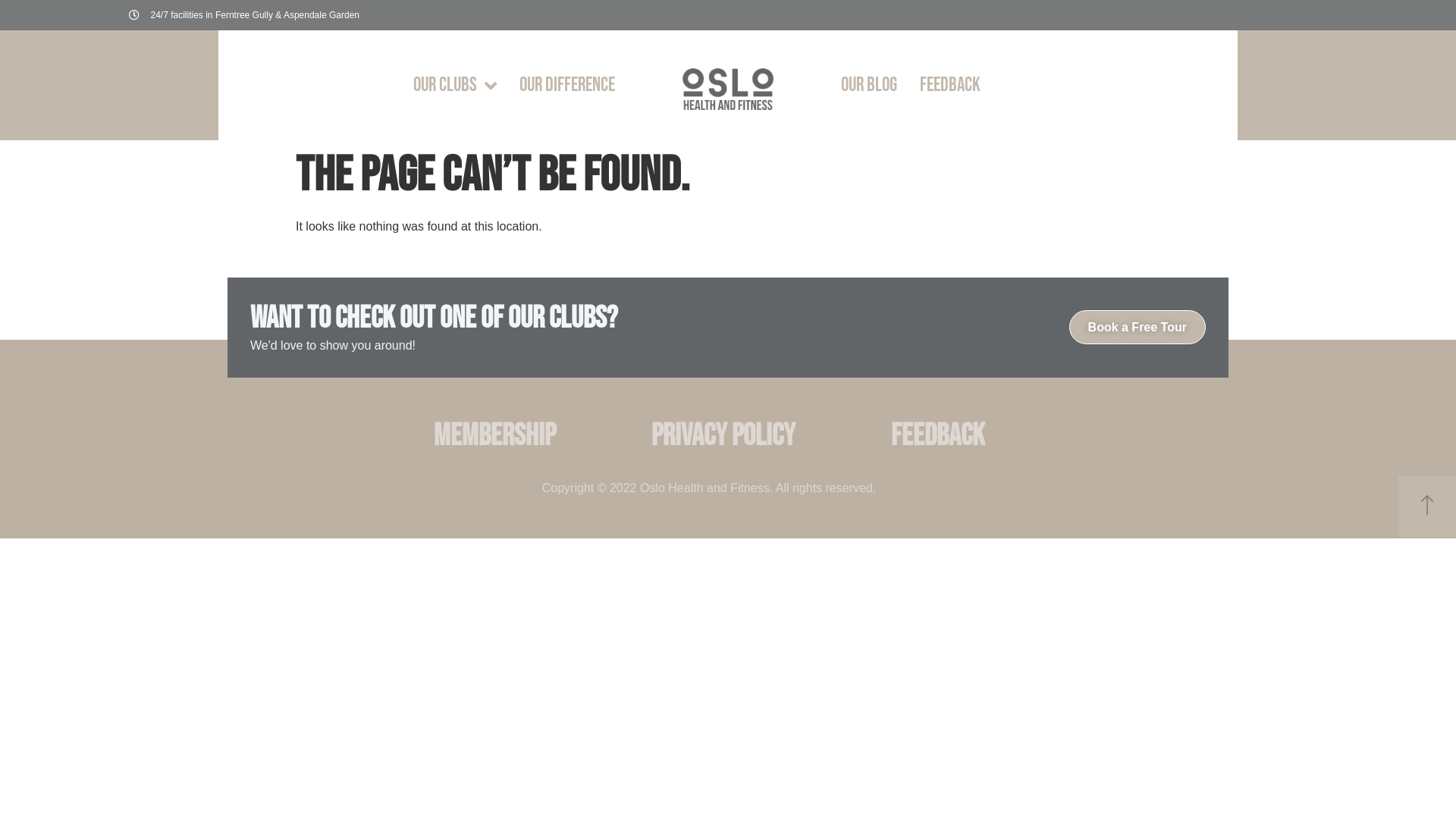  I want to click on 'Book a Free Tour', so click(1137, 326).